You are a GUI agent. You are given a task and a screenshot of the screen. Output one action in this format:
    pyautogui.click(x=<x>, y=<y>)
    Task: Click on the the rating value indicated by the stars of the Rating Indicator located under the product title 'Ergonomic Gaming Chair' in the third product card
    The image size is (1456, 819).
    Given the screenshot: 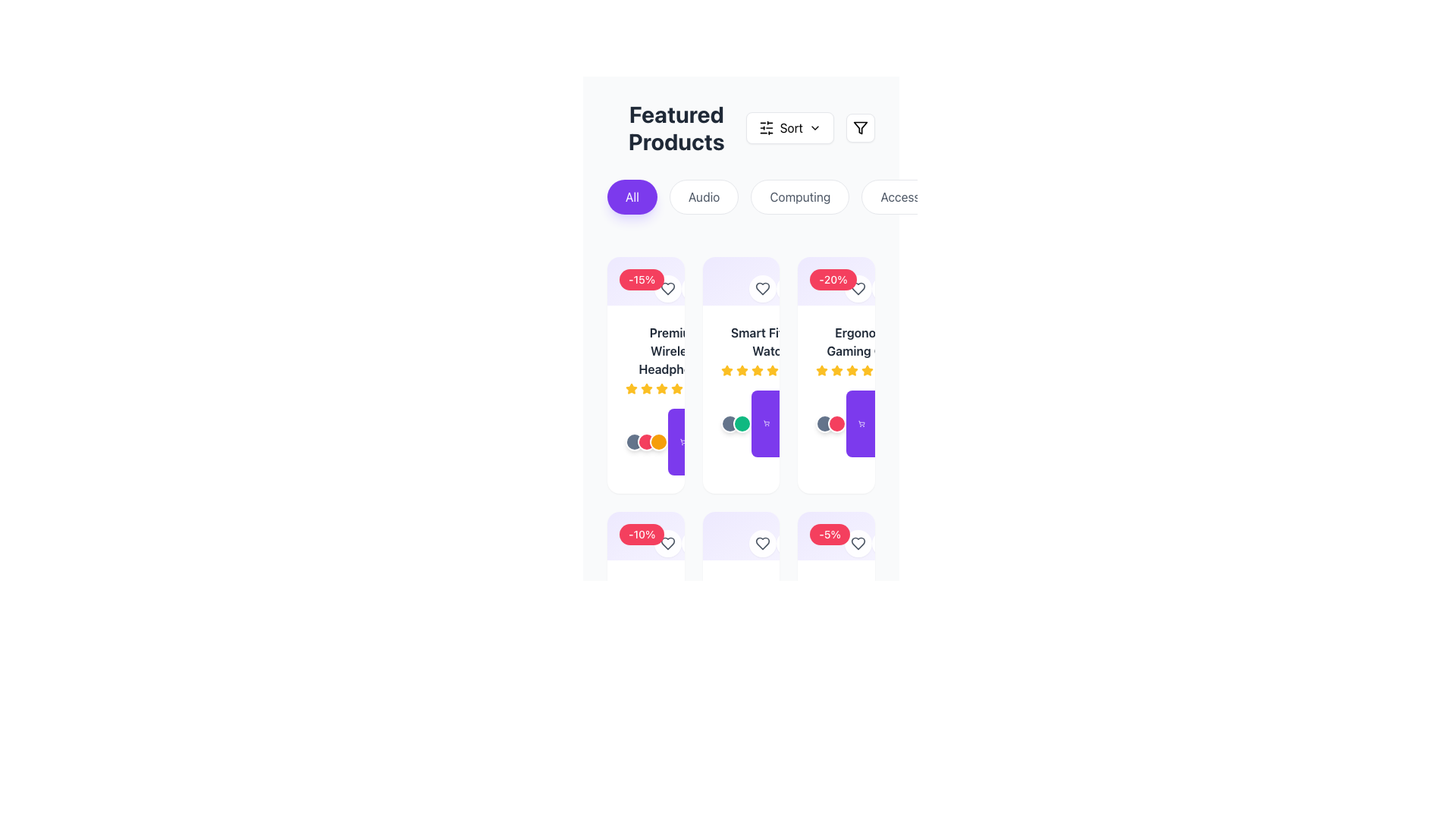 What is the action you would take?
    pyautogui.click(x=865, y=371)
    